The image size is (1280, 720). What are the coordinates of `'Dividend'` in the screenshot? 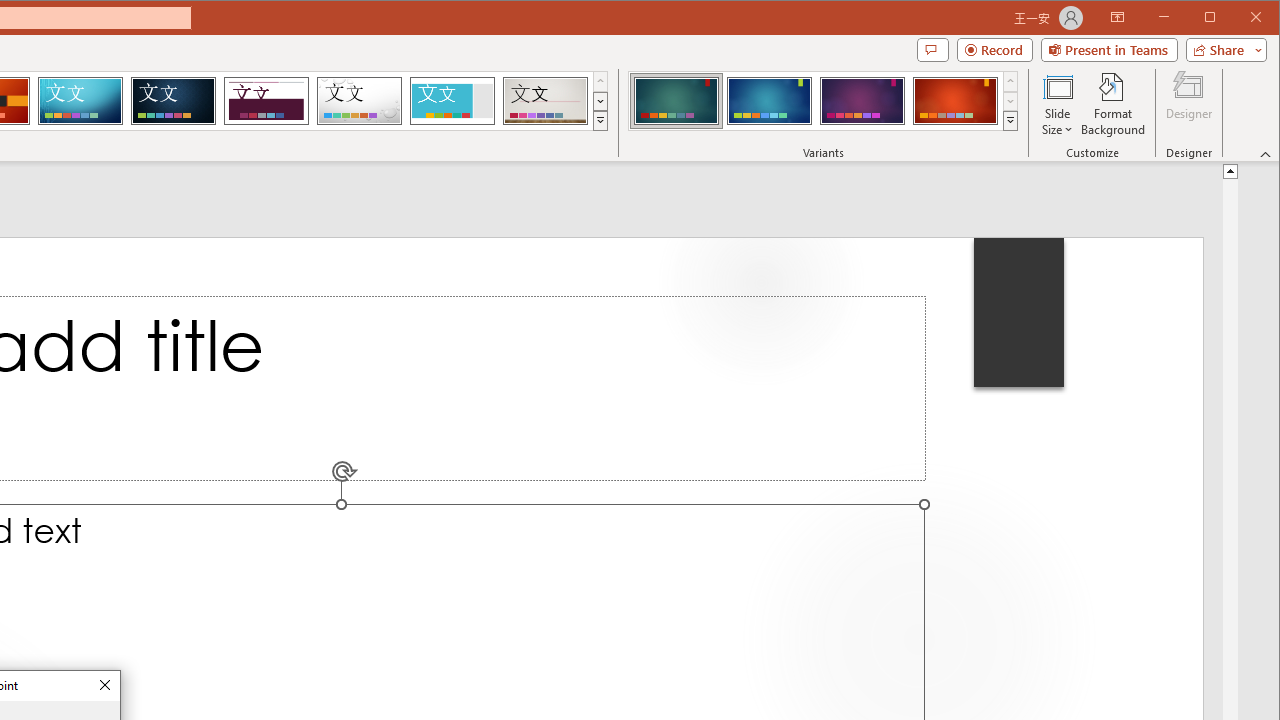 It's located at (265, 100).